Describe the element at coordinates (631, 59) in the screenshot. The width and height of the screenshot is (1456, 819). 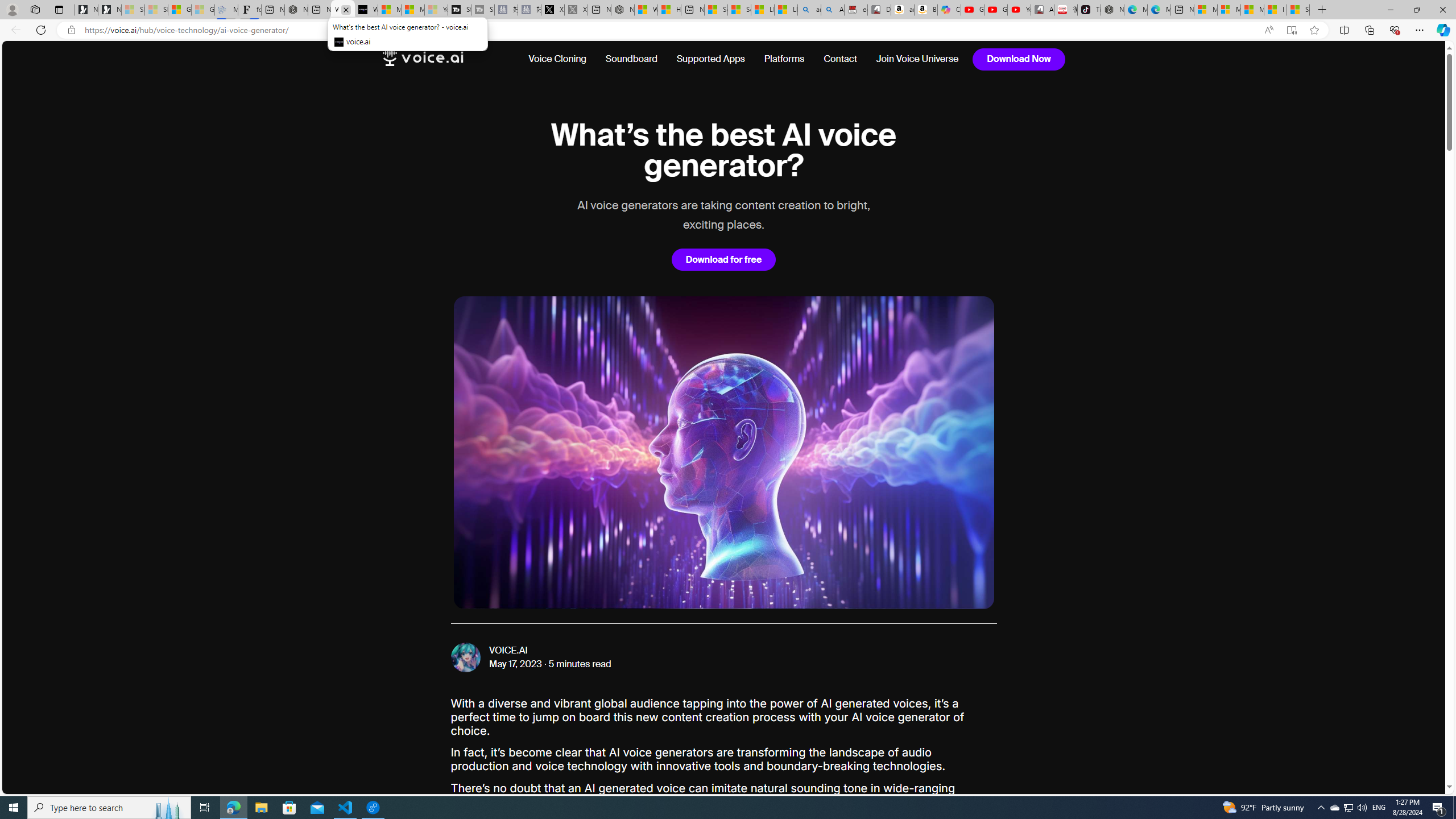
I see `'Soundboard'` at that location.